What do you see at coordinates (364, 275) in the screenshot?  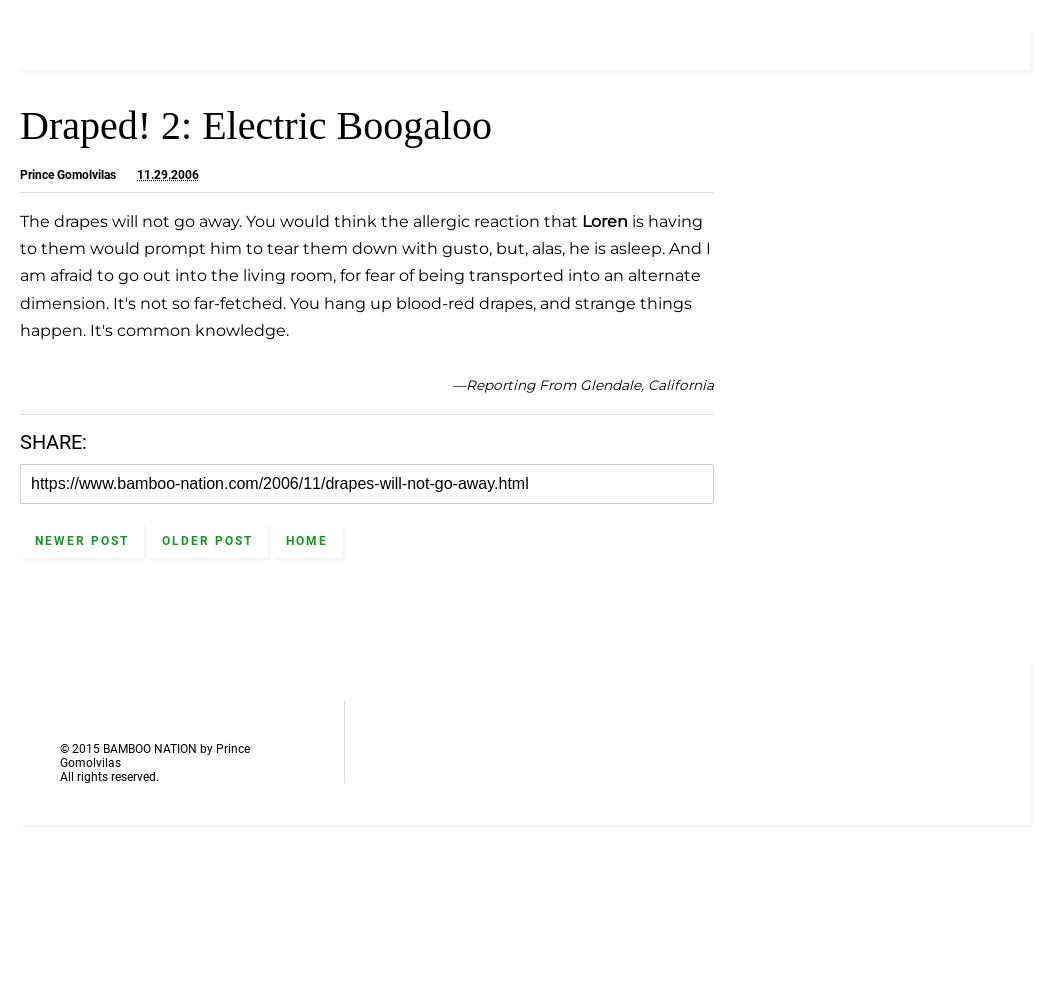 I see `'is having to them would prompt him to tear them down with gusto, but, alas, he is asleep. And I am afraid to go out into the living room, for fear of being transported into an alternate dimension. It's not so far-fetched. You hang up blood-red drapes, and strange things happen. It's common knowledge.'` at bounding box center [364, 275].